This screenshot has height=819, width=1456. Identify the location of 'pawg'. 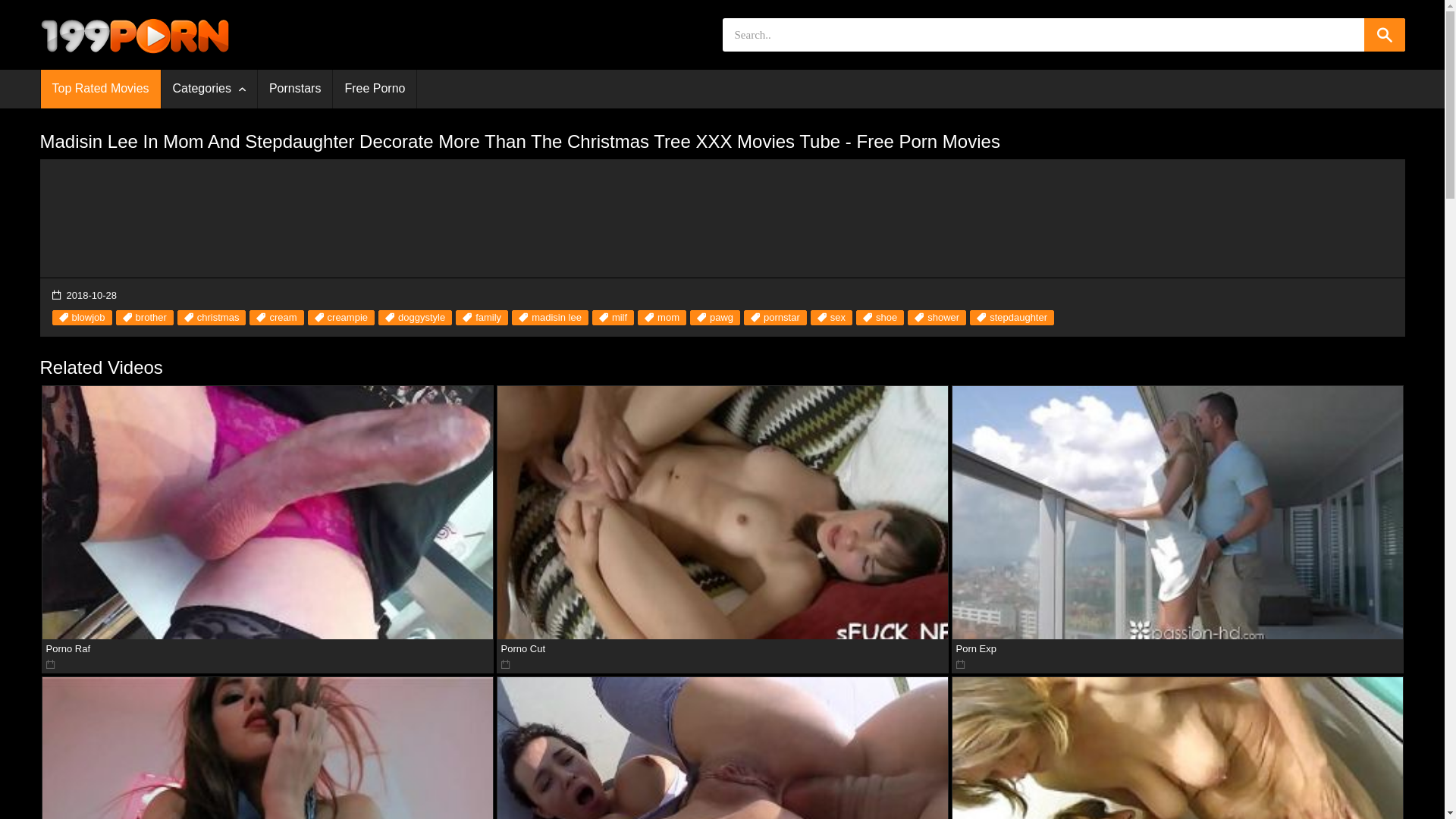
(714, 317).